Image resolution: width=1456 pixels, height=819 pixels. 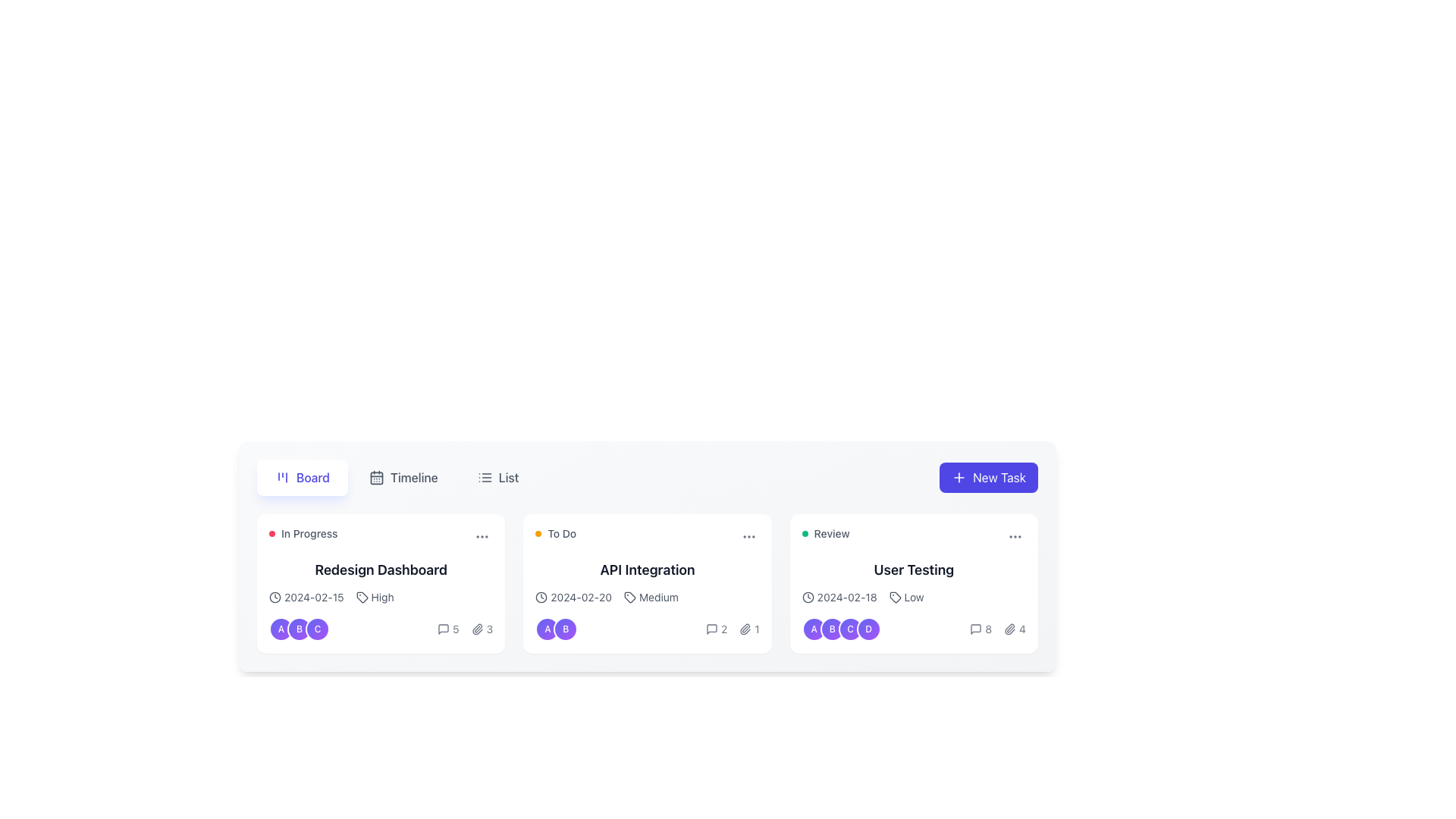 I want to click on the ellipsis icon located in the top-right corner of the 'API Integration' card within the 'To Do' column, so click(x=748, y=536).